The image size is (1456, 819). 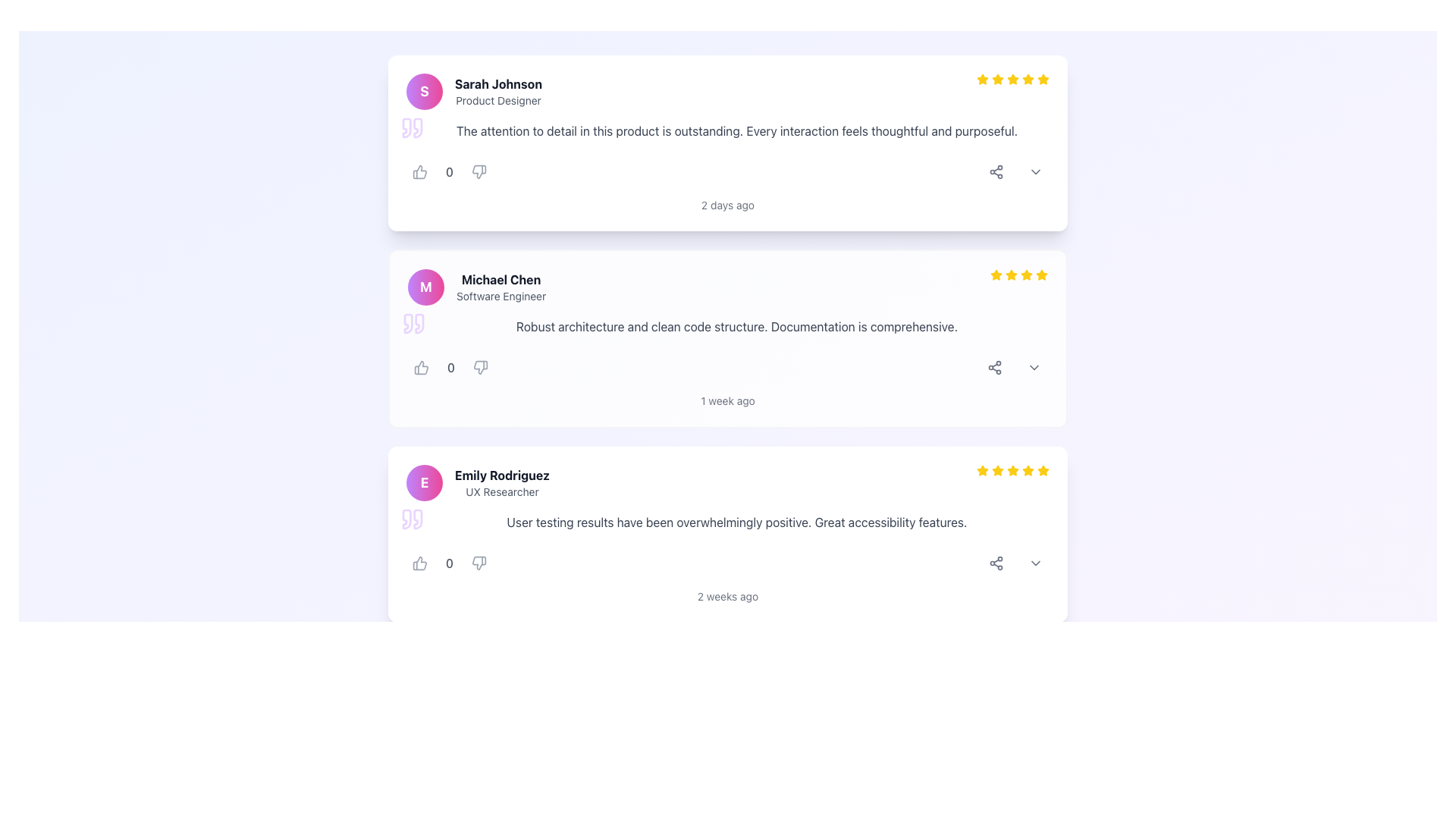 What do you see at coordinates (1028, 470) in the screenshot?
I see `the fifth star icon representing the rating value in the user-generated review card located at the top right corner` at bounding box center [1028, 470].